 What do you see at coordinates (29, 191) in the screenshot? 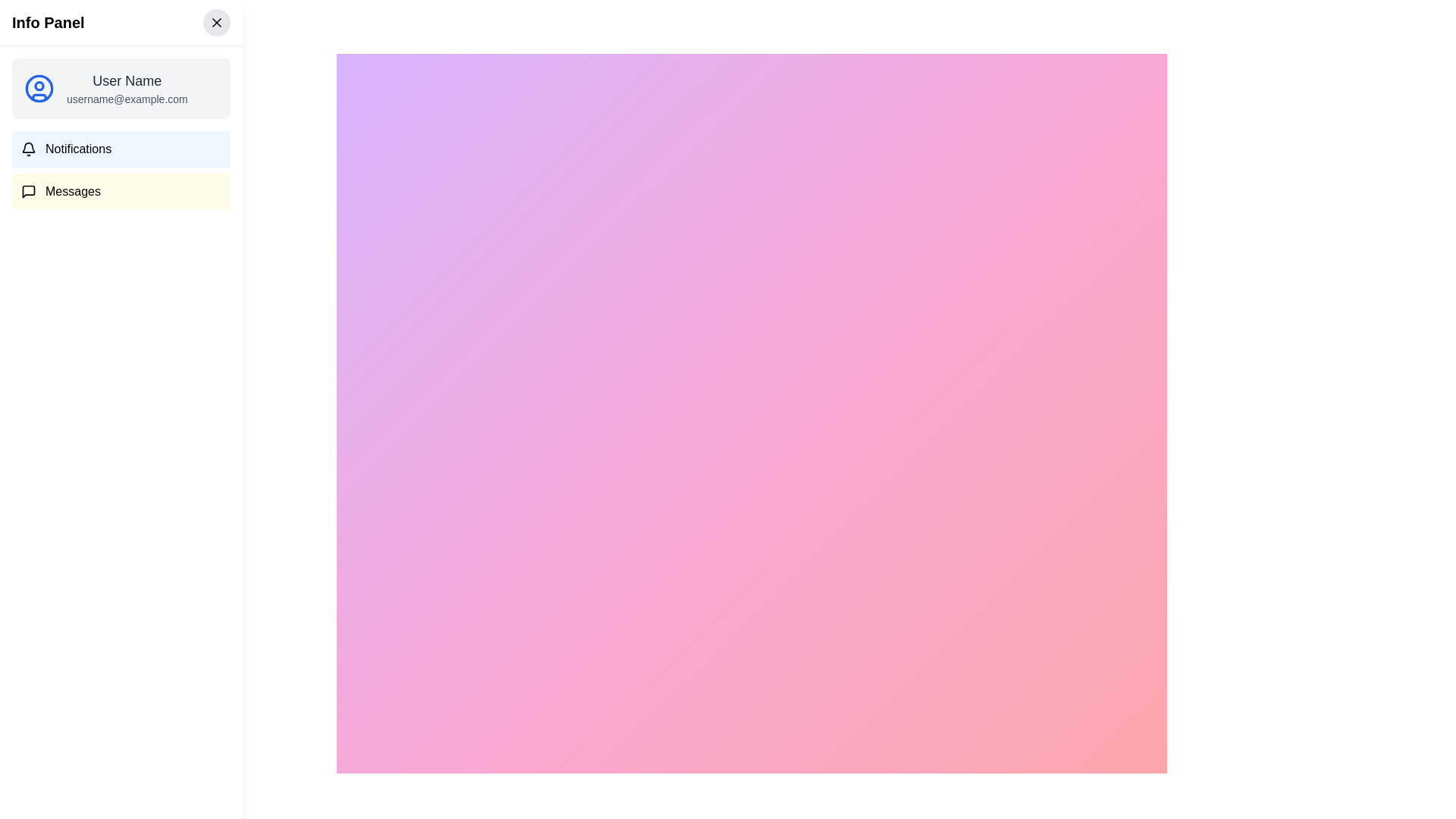
I see `the messages icon located on the left side of the 'Messages' menu item in the lower section of the vertical menu` at bounding box center [29, 191].